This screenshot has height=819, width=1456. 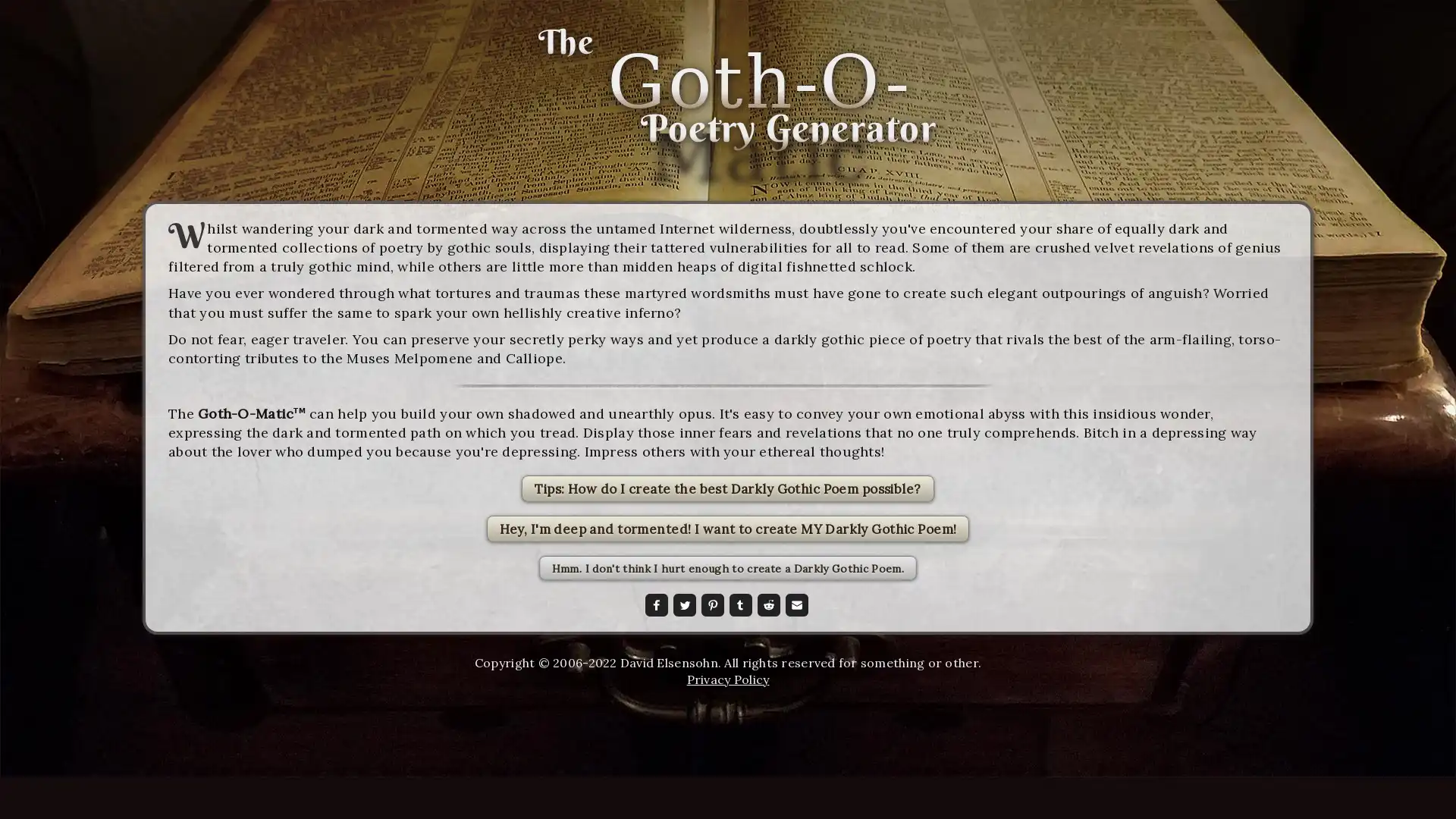 What do you see at coordinates (663, 604) in the screenshot?
I see `Share to Facebook` at bounding box center [663, 604].